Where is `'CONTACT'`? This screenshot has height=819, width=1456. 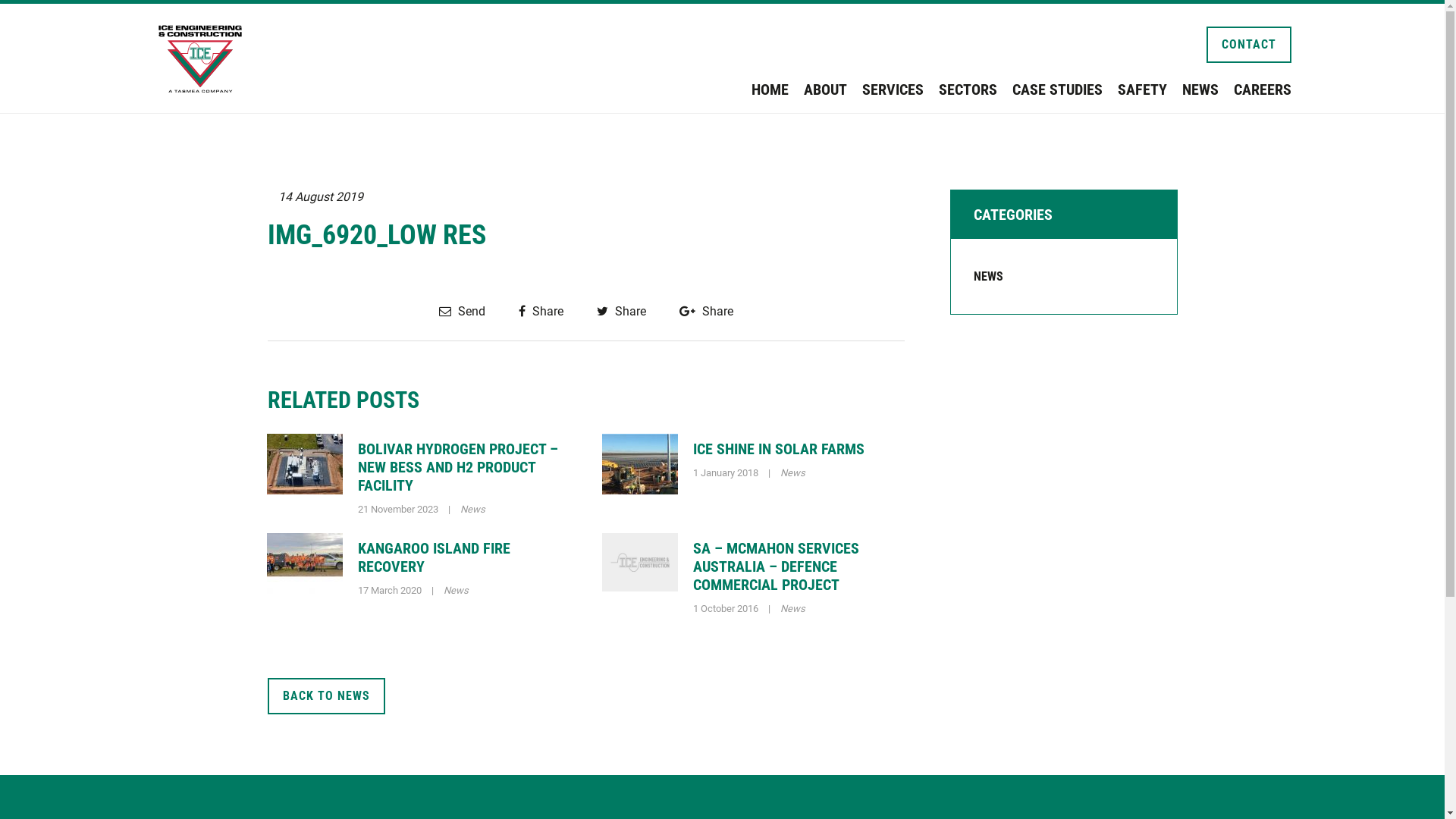
'CONTACT' is located at coordinates (1248, 43).